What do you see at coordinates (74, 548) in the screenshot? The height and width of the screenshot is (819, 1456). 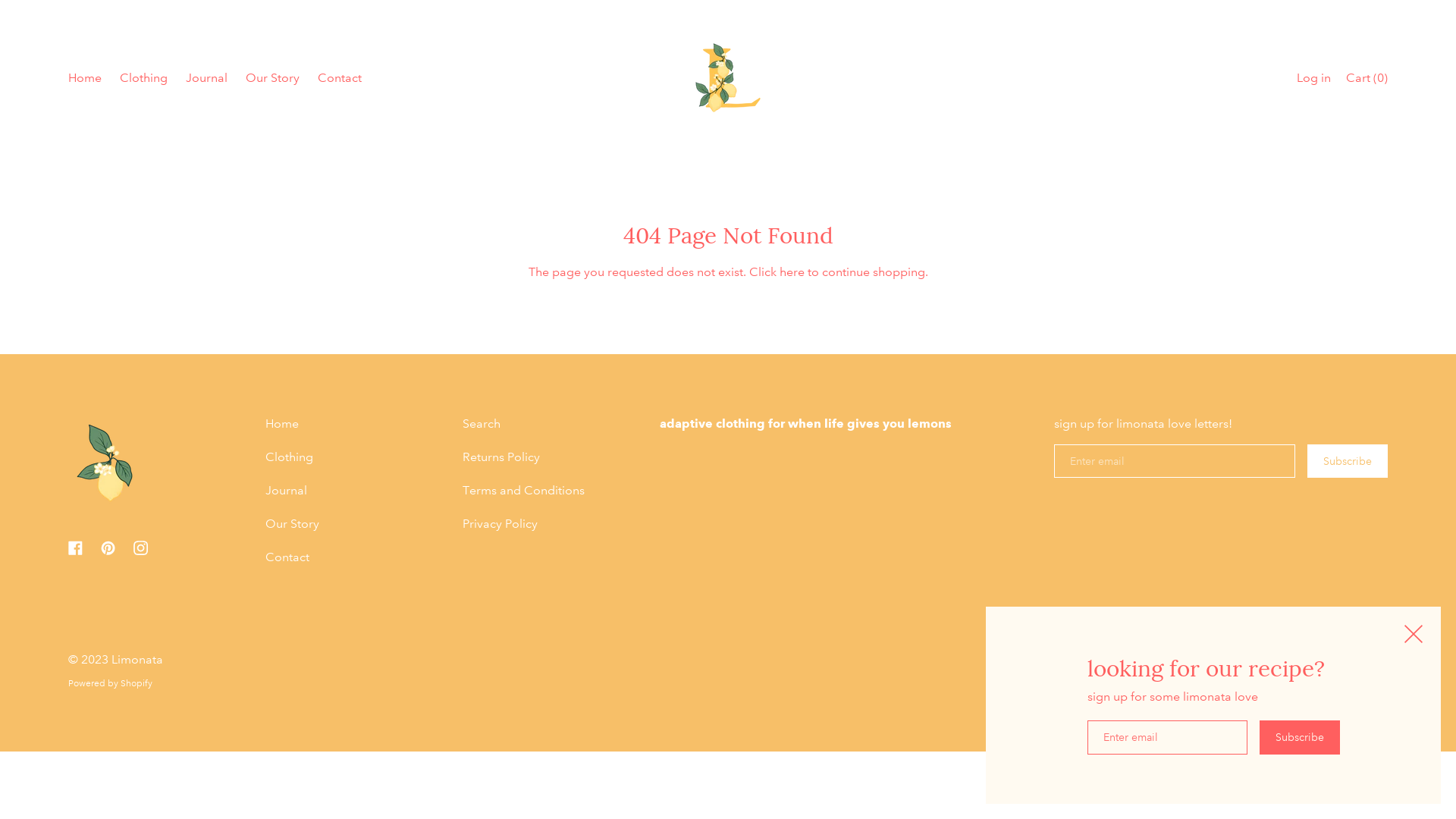 I see `'Facebook'` at bounding box center [74, 548].